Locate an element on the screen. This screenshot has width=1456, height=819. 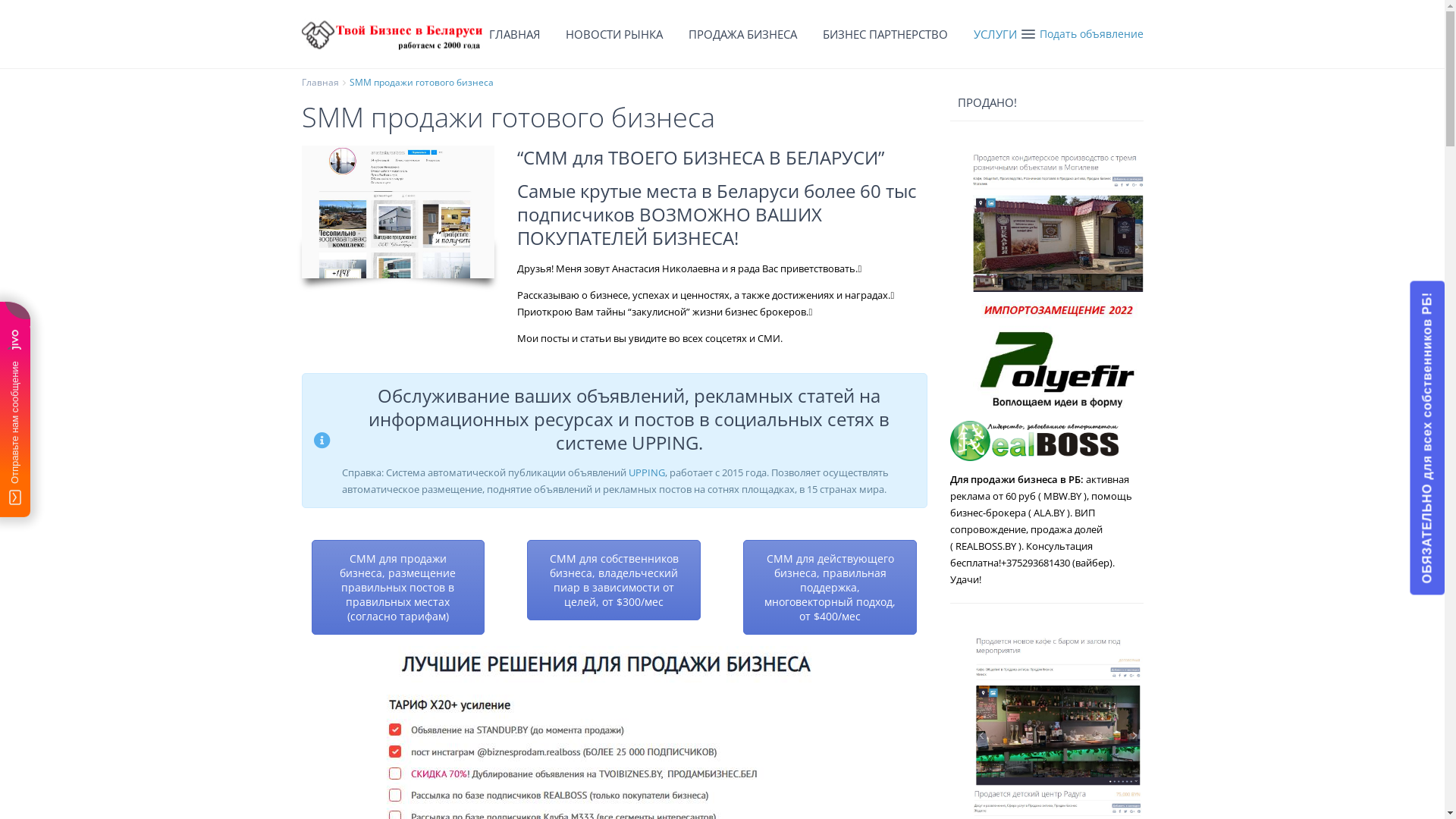
'MBW.BY' is located at coordinates (1062, 496).